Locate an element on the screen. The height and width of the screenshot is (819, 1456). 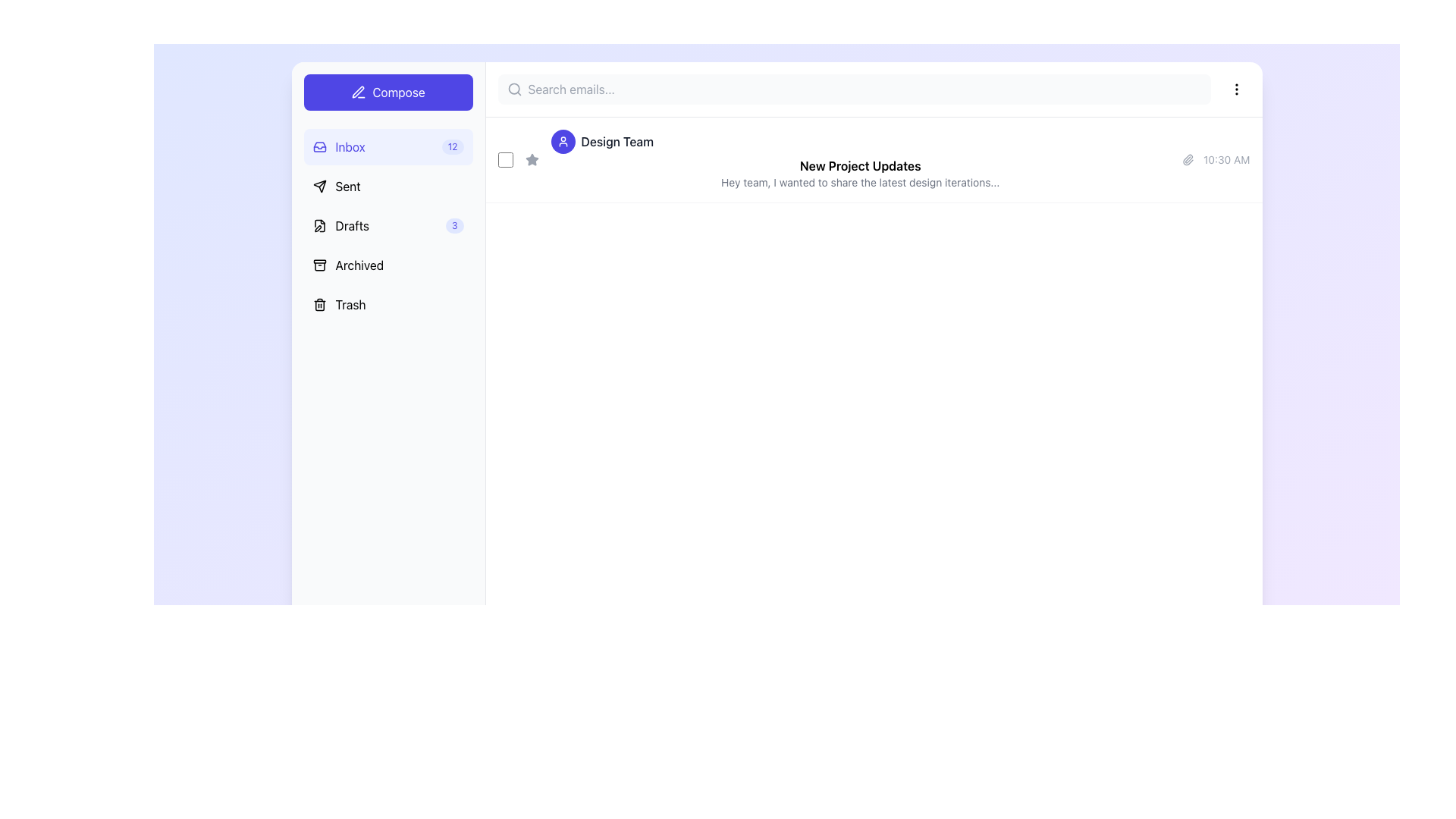
the text-based content area that features the 'Design Team' header, 'New Project Updates' title, and additional details about design iterations is located at coordinates (860, 160).